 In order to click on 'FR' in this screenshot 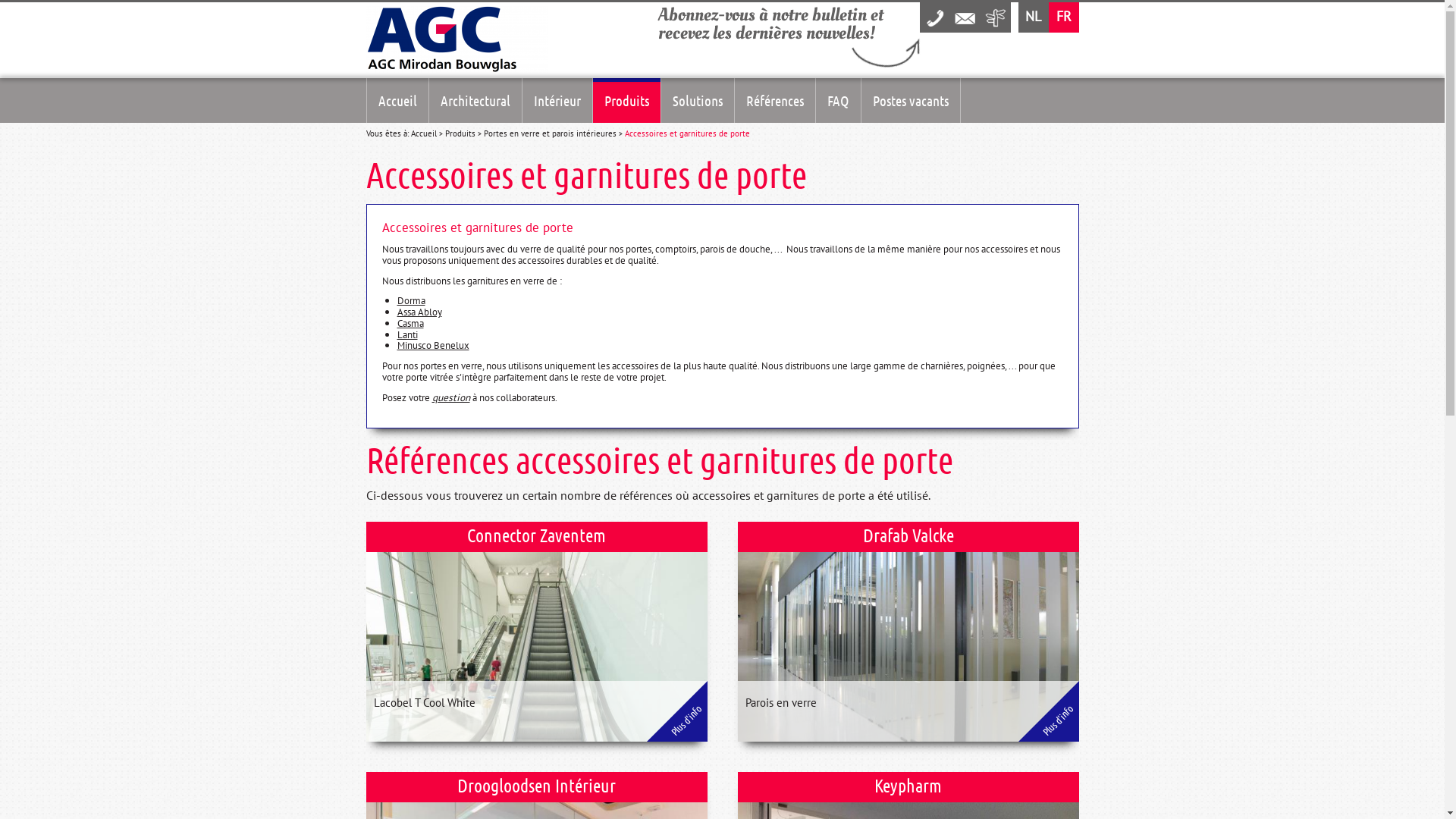, I will do `click(1047, 17)`.